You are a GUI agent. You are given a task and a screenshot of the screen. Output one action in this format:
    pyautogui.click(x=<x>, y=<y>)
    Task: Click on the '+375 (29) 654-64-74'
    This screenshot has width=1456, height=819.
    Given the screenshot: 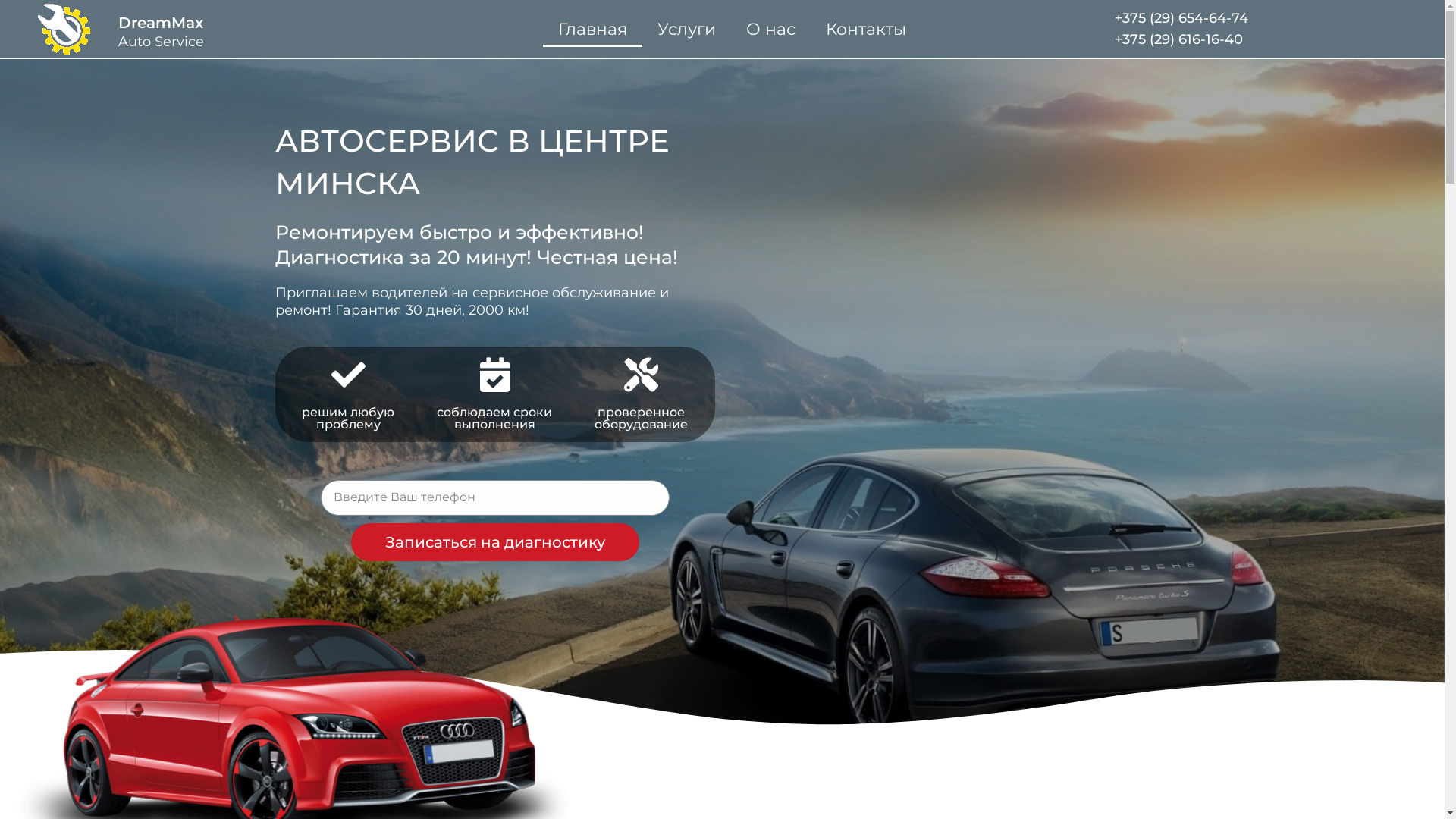 What is the action you would take?
    pyautogui.click(x=1181, y=17)
    